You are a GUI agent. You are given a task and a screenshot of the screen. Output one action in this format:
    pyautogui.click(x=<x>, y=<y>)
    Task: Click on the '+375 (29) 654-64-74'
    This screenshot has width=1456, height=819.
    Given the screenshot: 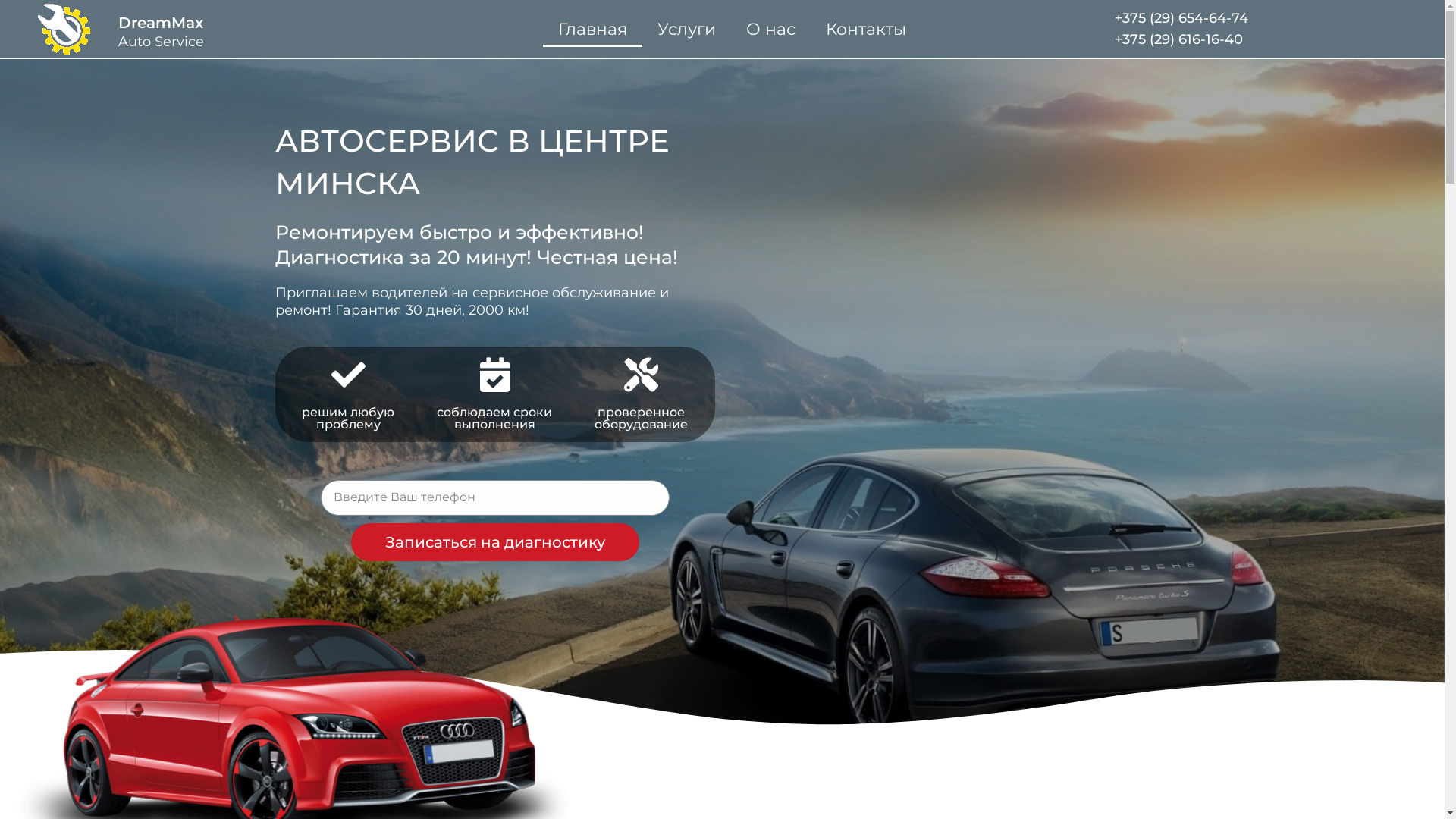 What is the action you would take?
    pyautogui.click(x=1181, y=17)
    